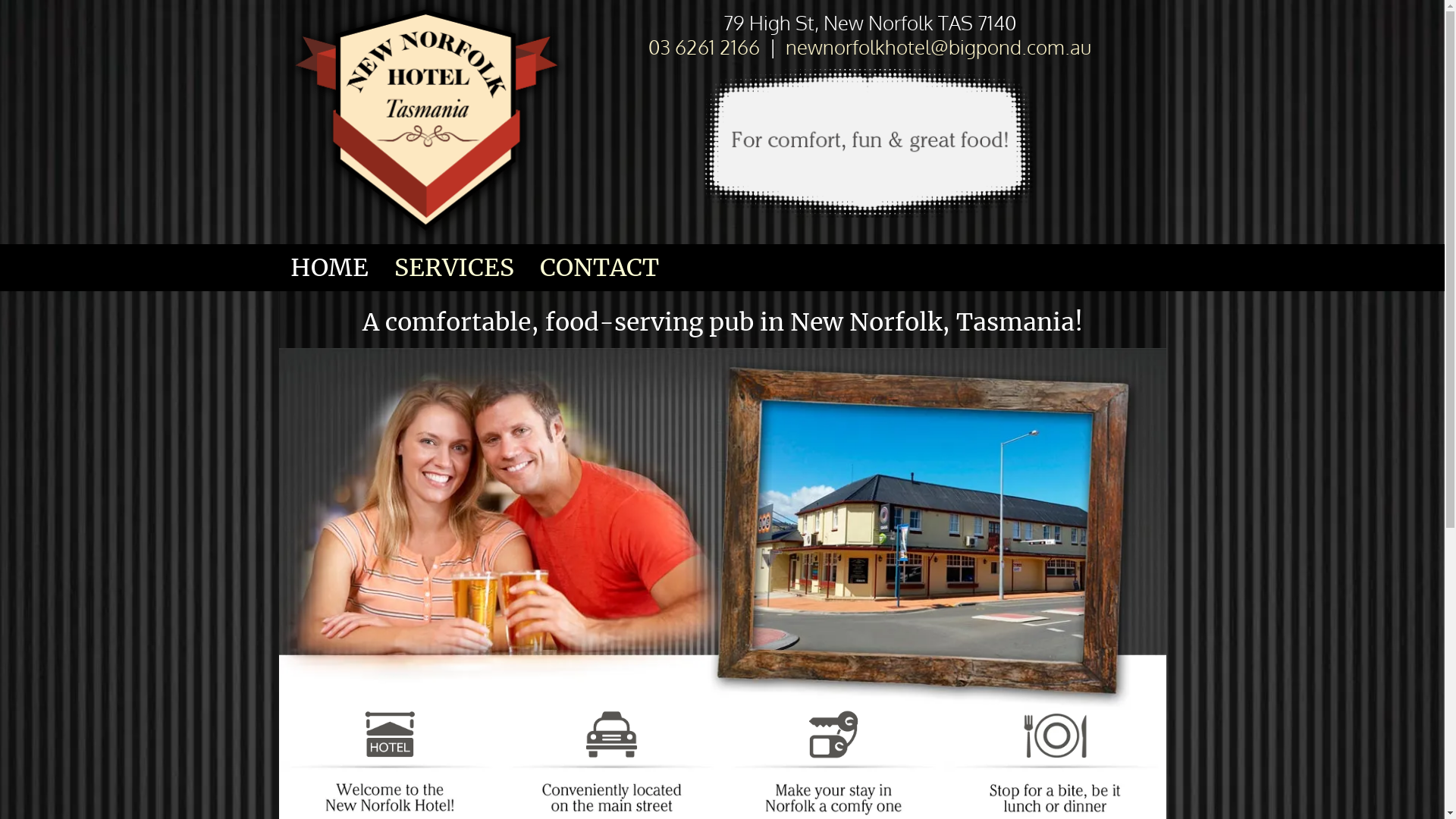 Image resolution: width=1456 pixels, height=819 pixels. What do you see at coordinates (394, 267) in the screenshot?
I see `'SERVICES'` at bounding box center [394, 267].